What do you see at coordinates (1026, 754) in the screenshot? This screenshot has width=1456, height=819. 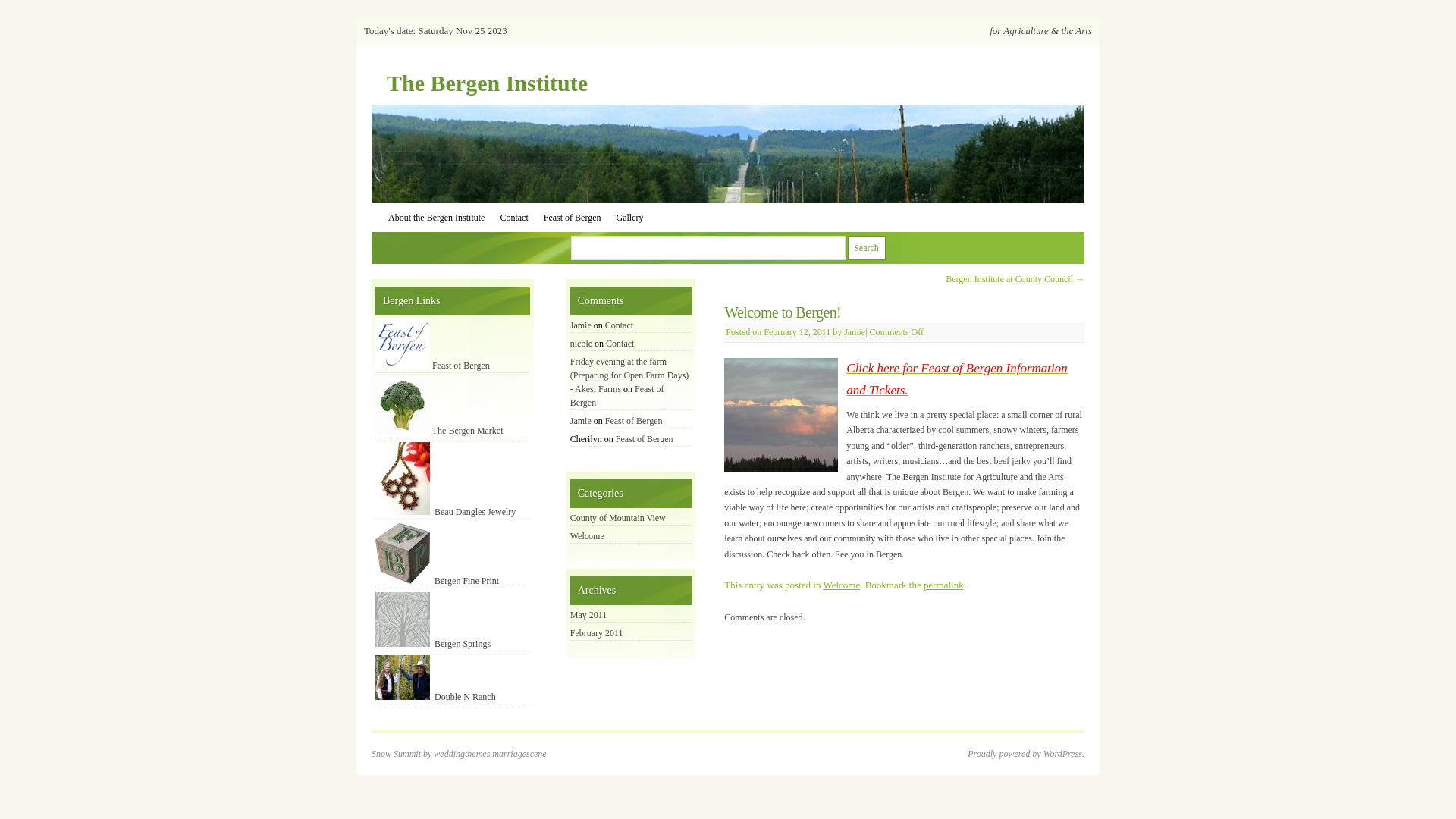 I see `'Proudly powered by WordPress.'` at bounding box center [1026, 754].